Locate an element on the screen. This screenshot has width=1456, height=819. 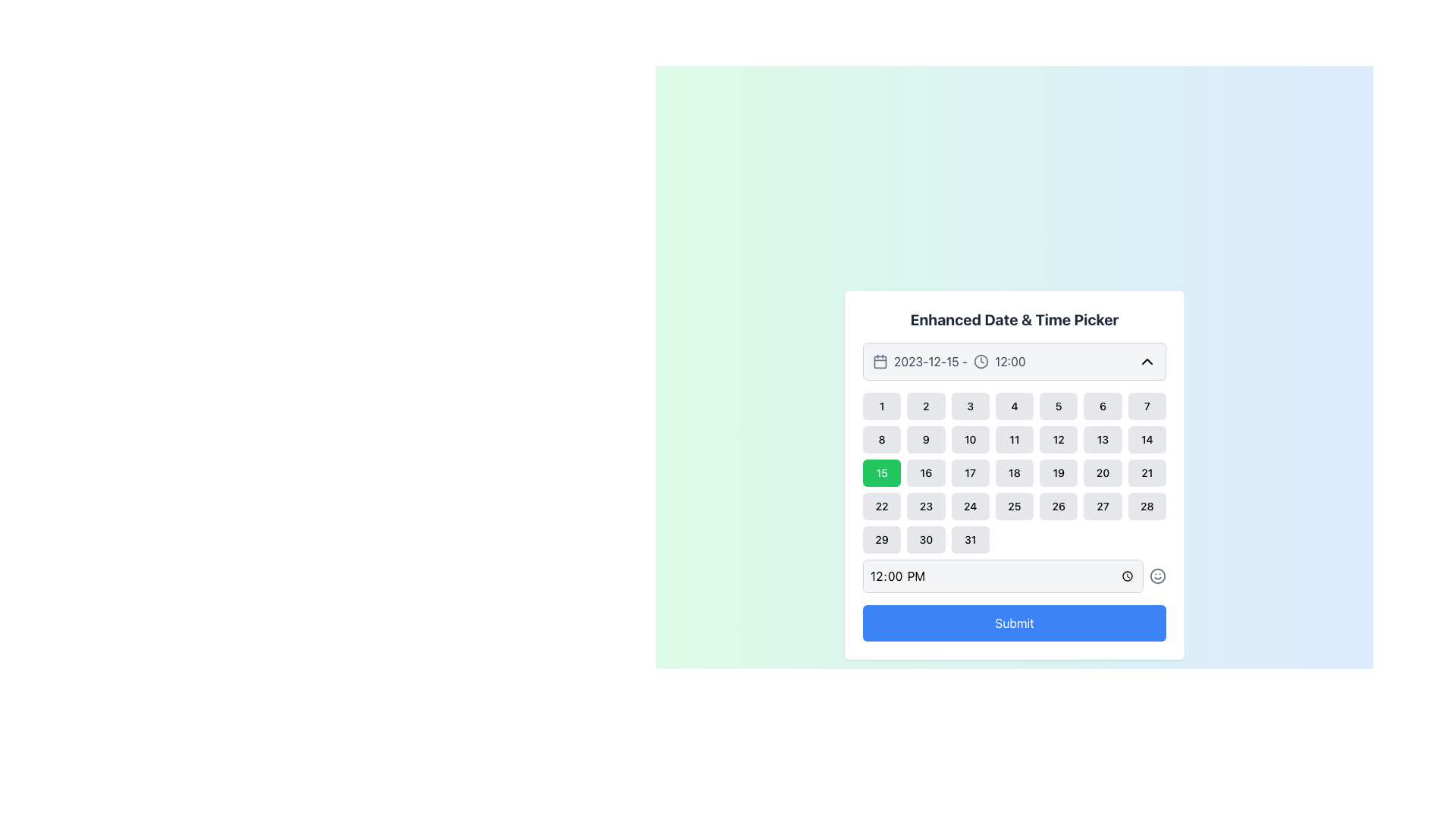
the button representing the selectable date '4' in the calendar interface is located at coordinates (1015, 406).